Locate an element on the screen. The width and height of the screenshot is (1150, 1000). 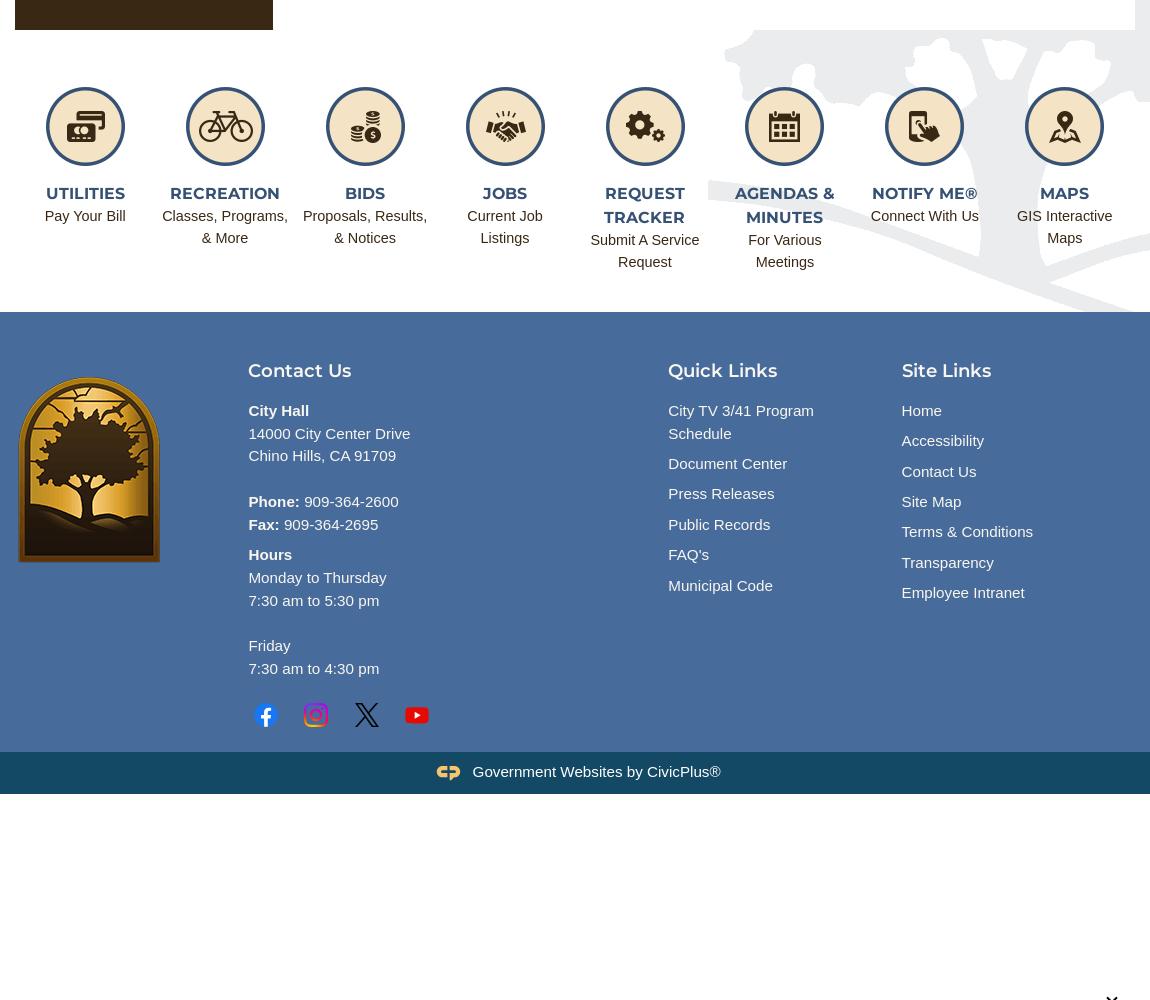
'City TV 3/41 Program Schedule' is located at coordinates (739, 421).